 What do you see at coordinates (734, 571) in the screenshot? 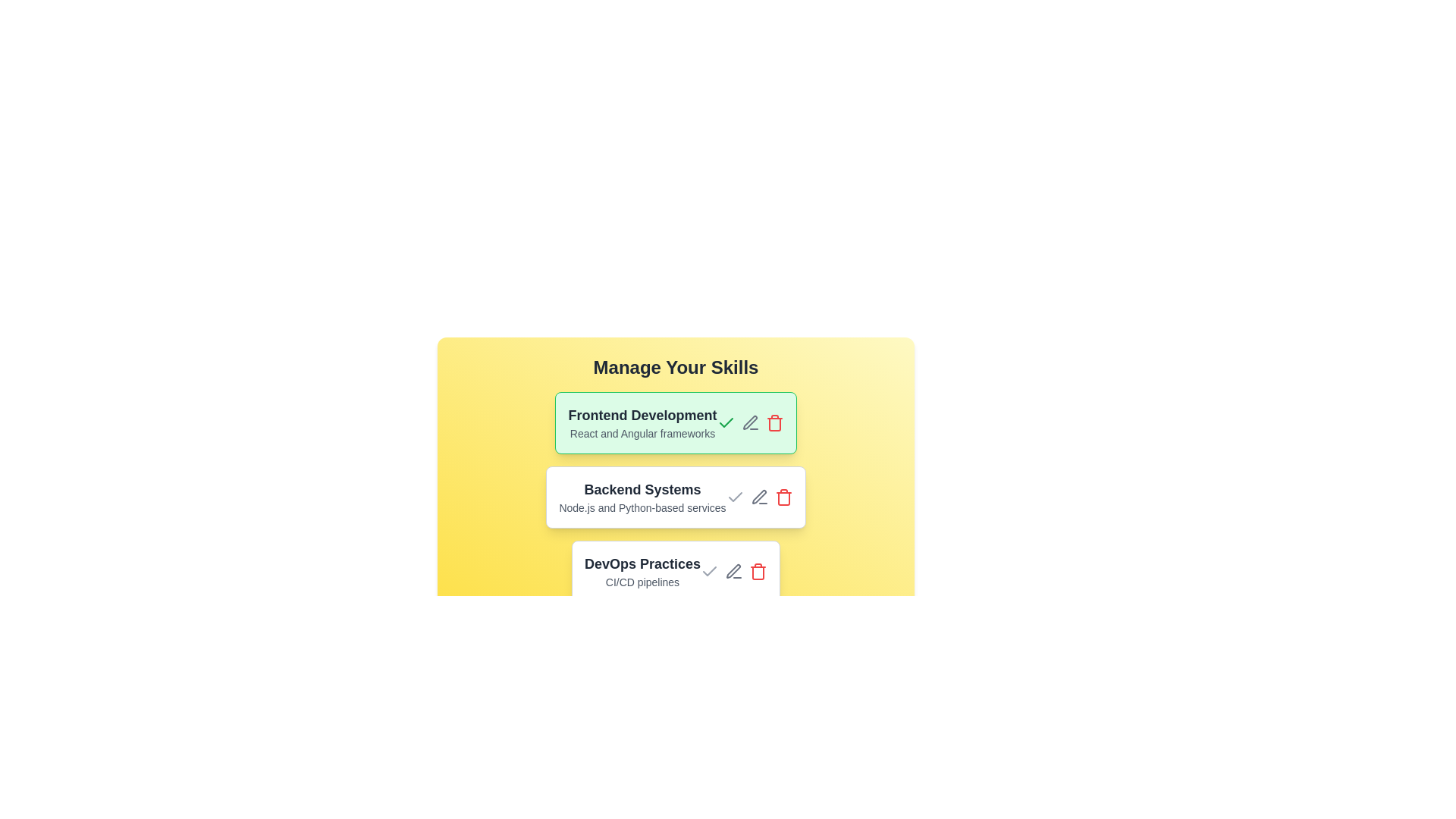
I see `the edit icon for the item labeled 'DevOps Practices'` at bounding box center [734, 571].